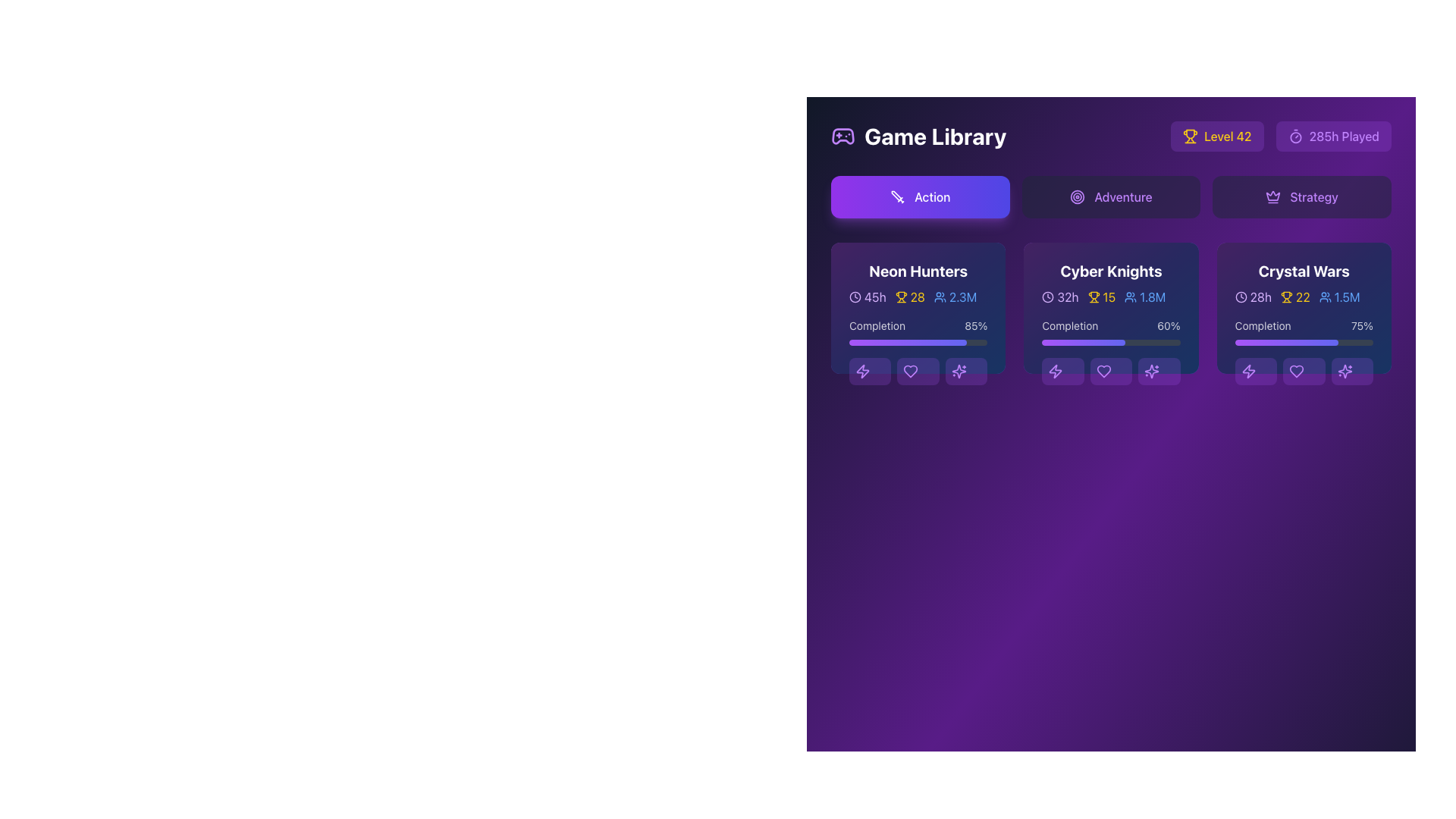 The image size is (1456, 819). I want to click on the informational display component showing metrics for the 'Crystal Wars' game, which includes total play hours, trophy count, and participant number, so click(1303, 297).